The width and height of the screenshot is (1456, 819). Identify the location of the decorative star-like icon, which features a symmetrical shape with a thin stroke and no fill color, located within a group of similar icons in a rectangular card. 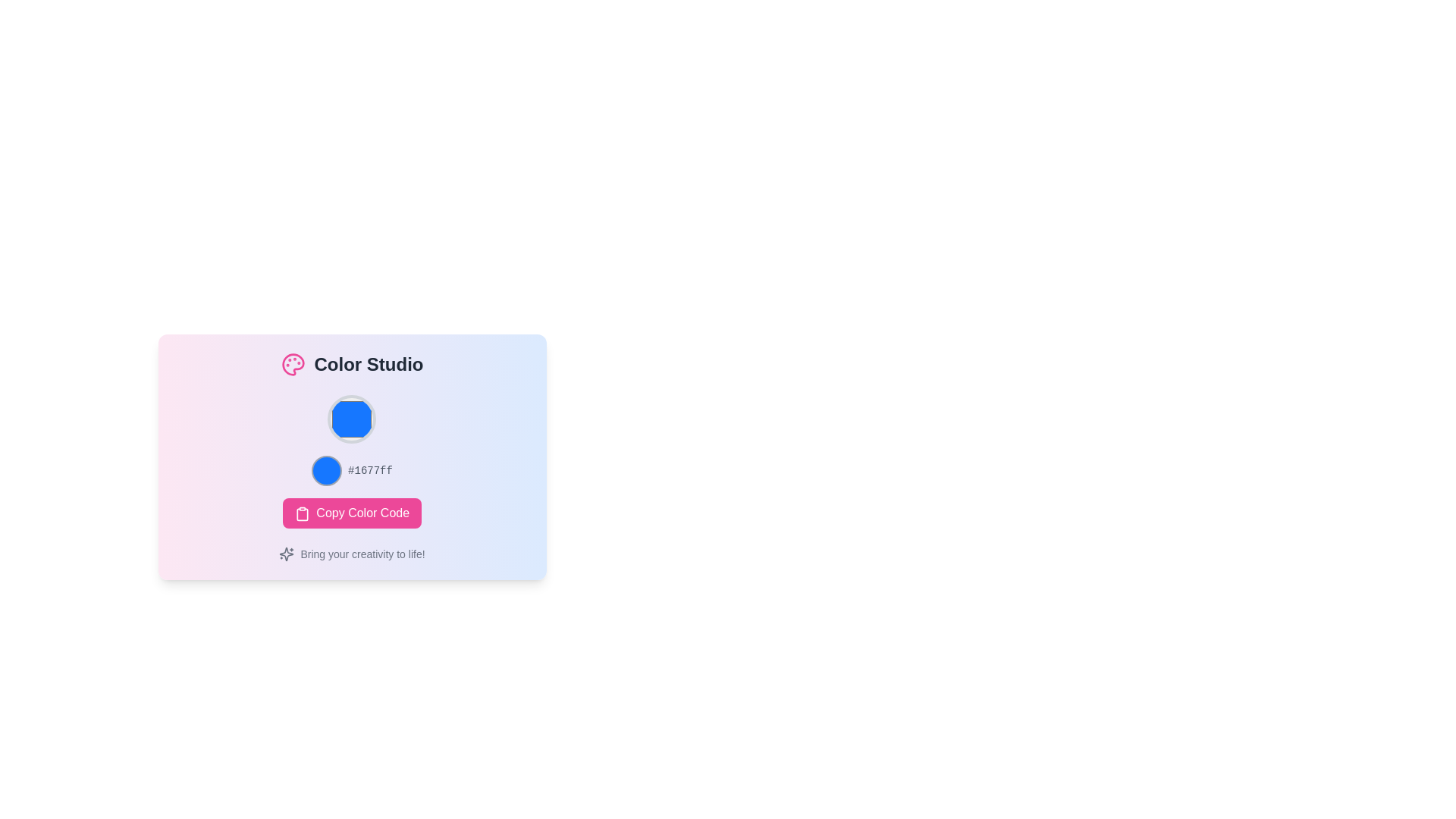
(287, 554).